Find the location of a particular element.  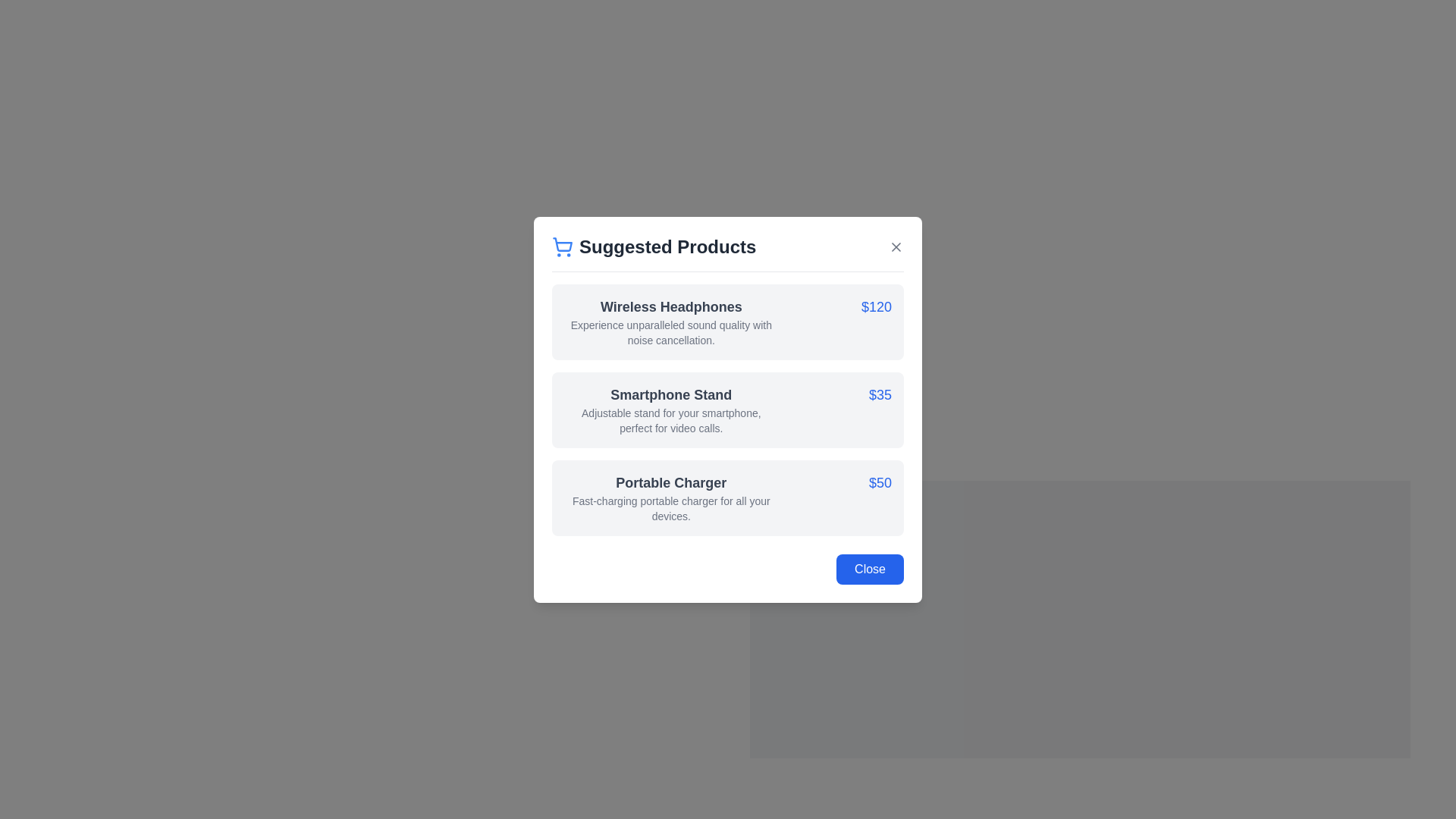

the blue shopping cart icon located to the left of the 'Suggested Products' title in the top-left section of the modal is located at coordinates (562, 246).